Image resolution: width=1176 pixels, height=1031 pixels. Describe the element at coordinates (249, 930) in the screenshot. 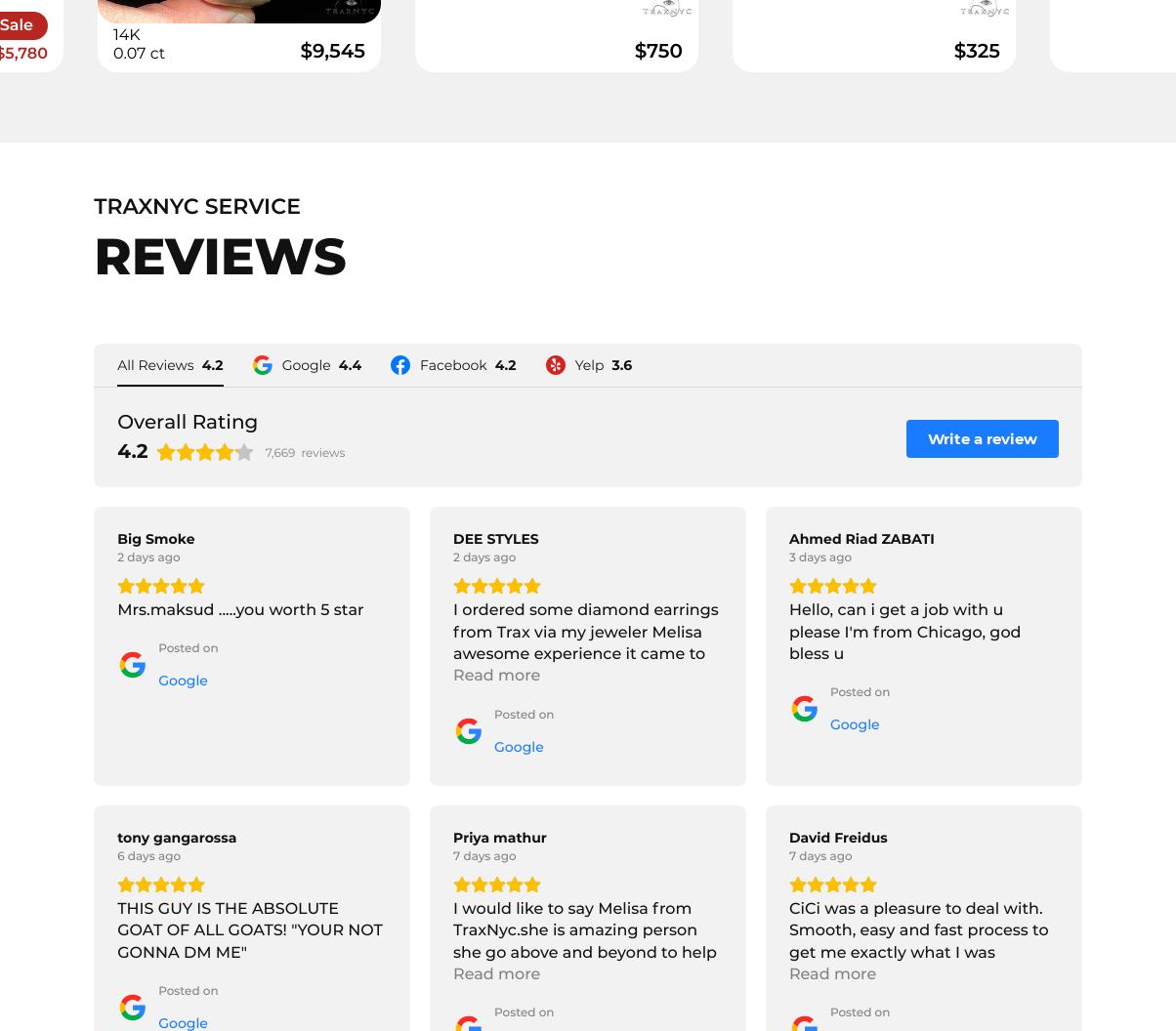

I see `'THIS GUY IS THE ABSOLUTE GOAT OF ALL GOATS!  "YOUR NOT GONNA DM ME"'` at that location.